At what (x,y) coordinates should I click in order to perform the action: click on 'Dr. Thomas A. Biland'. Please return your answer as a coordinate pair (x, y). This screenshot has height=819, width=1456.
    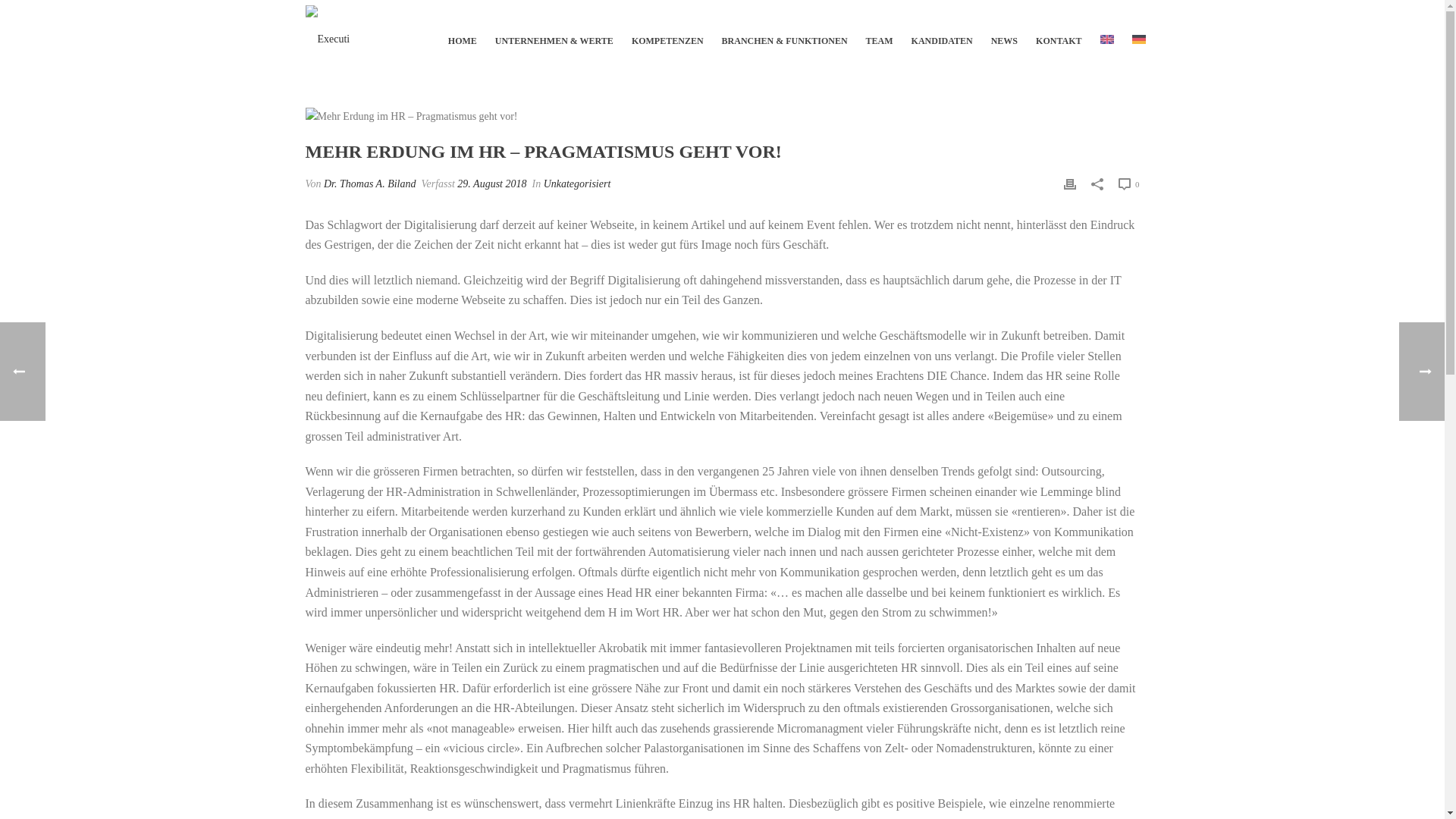
    Looking at the image, I should click on (323, 183).